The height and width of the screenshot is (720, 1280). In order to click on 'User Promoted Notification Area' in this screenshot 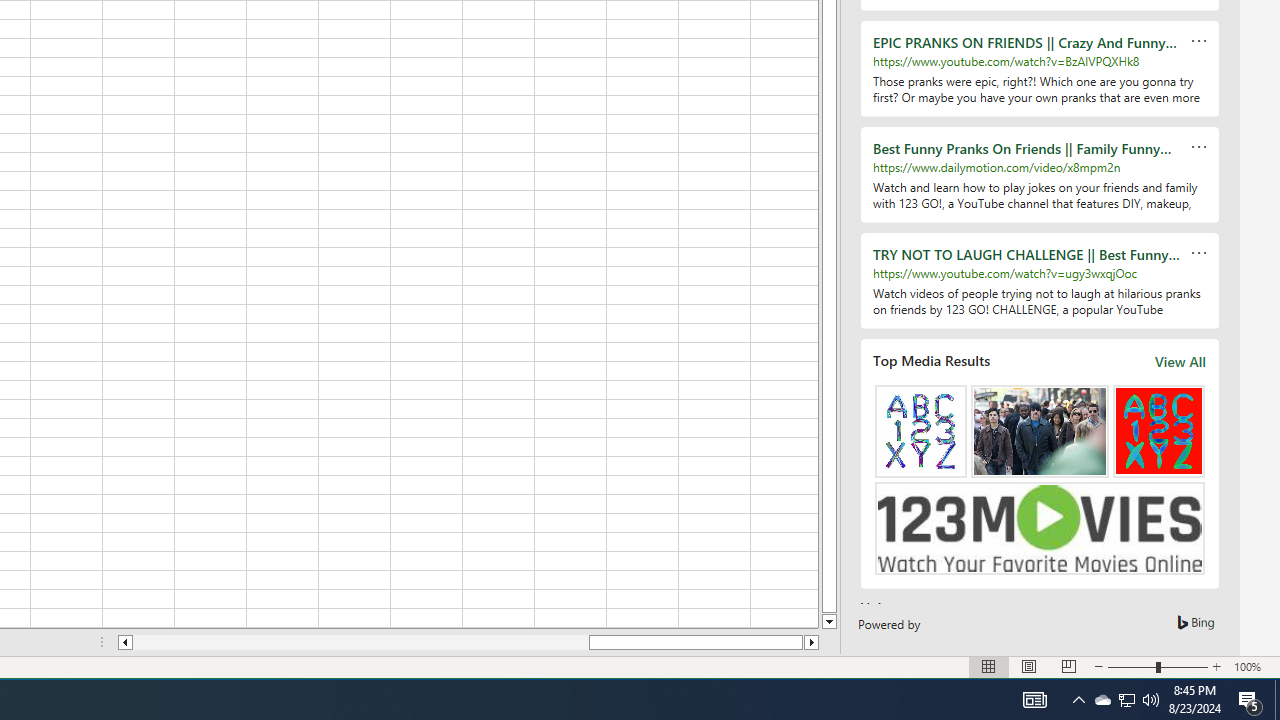, I will do `click(1127, 698)`.